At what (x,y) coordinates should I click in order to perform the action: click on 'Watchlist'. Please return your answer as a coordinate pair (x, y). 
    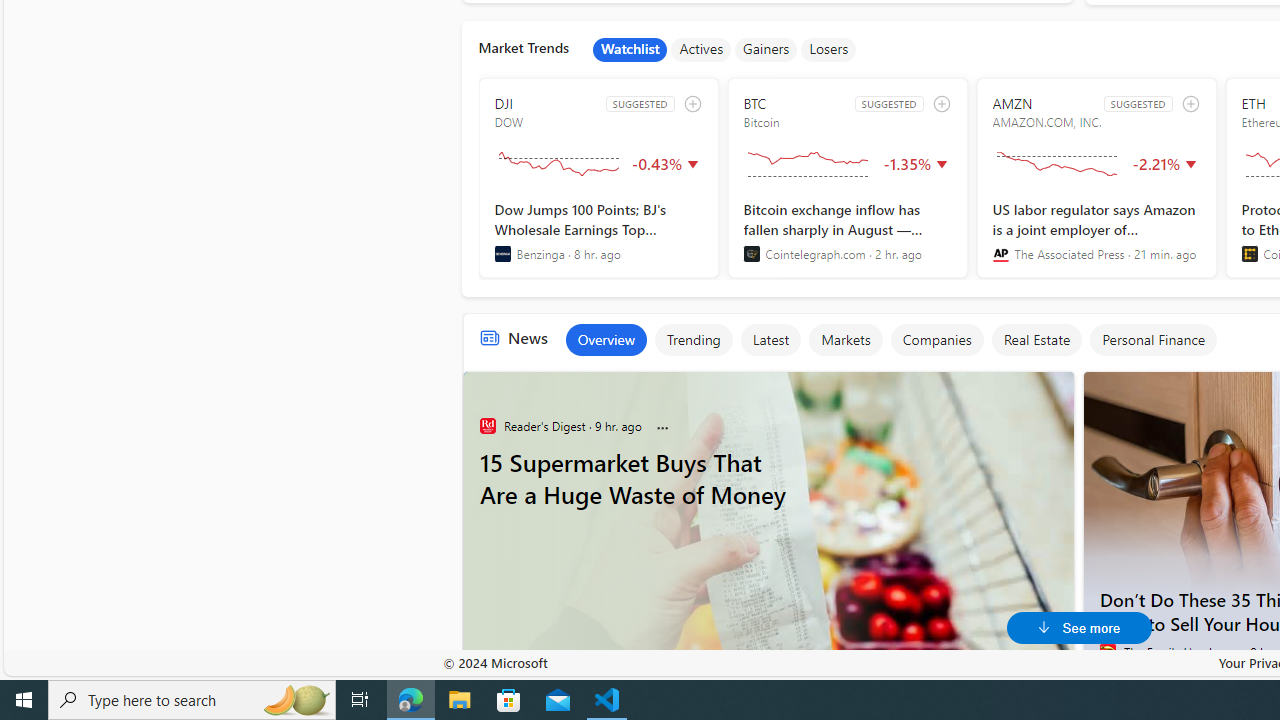
    Looking at the image, I should click on (629, 49).